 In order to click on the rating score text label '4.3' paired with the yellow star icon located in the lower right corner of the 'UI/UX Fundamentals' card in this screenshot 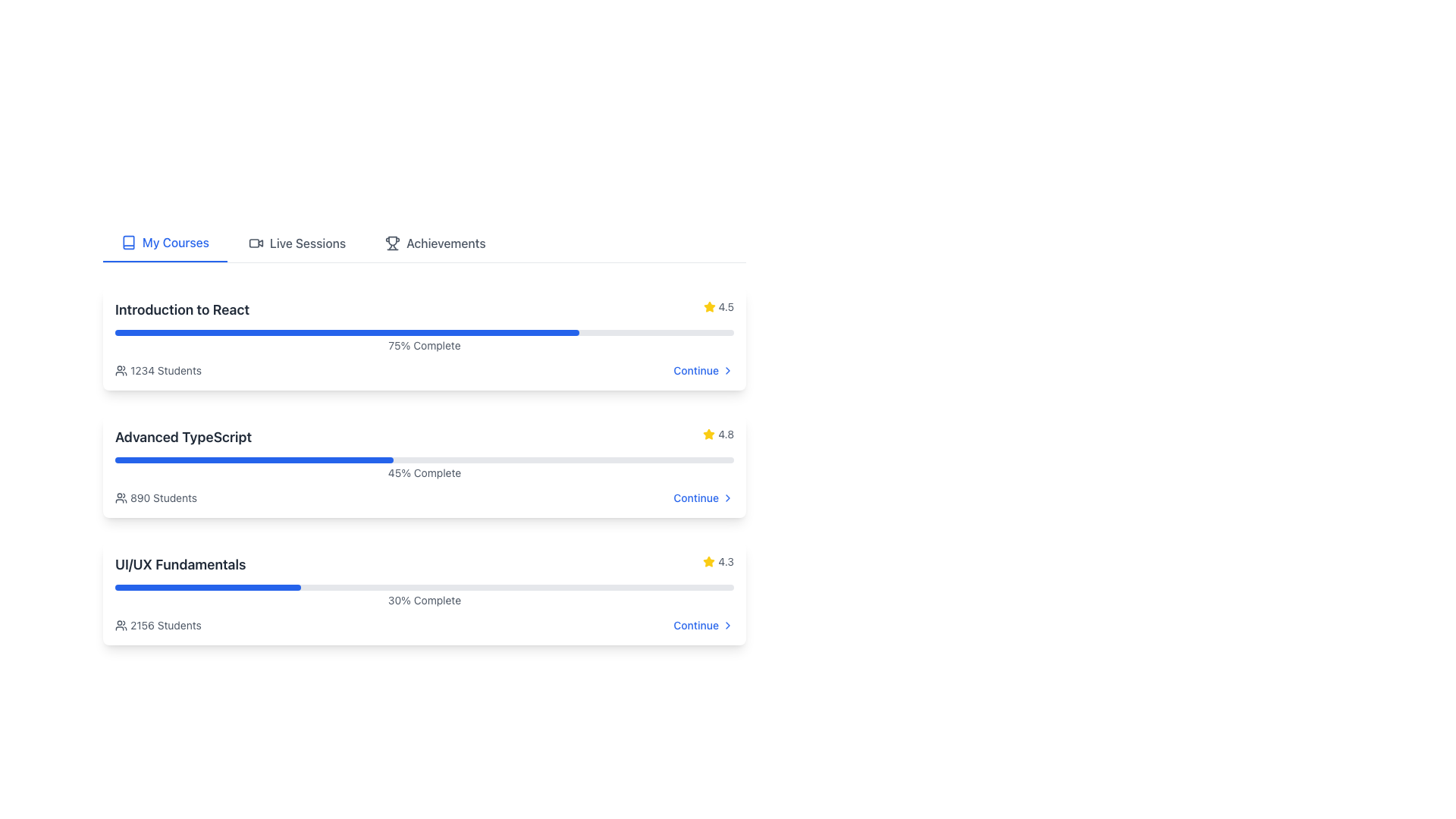, I will do `click(717, 561)`.